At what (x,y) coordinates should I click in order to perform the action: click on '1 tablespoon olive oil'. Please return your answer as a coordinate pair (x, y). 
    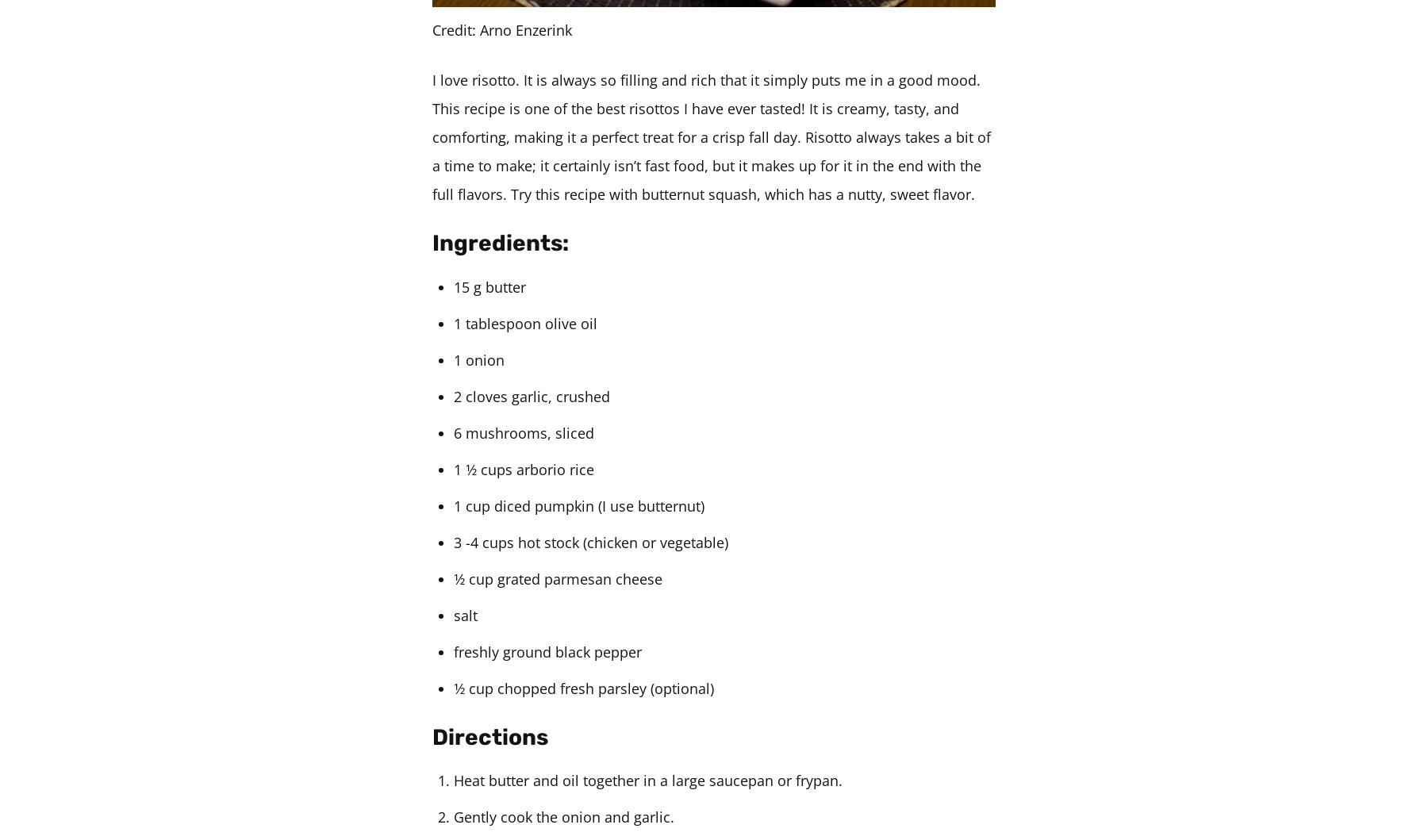
    Looking at the image, I should click on (525, 321).